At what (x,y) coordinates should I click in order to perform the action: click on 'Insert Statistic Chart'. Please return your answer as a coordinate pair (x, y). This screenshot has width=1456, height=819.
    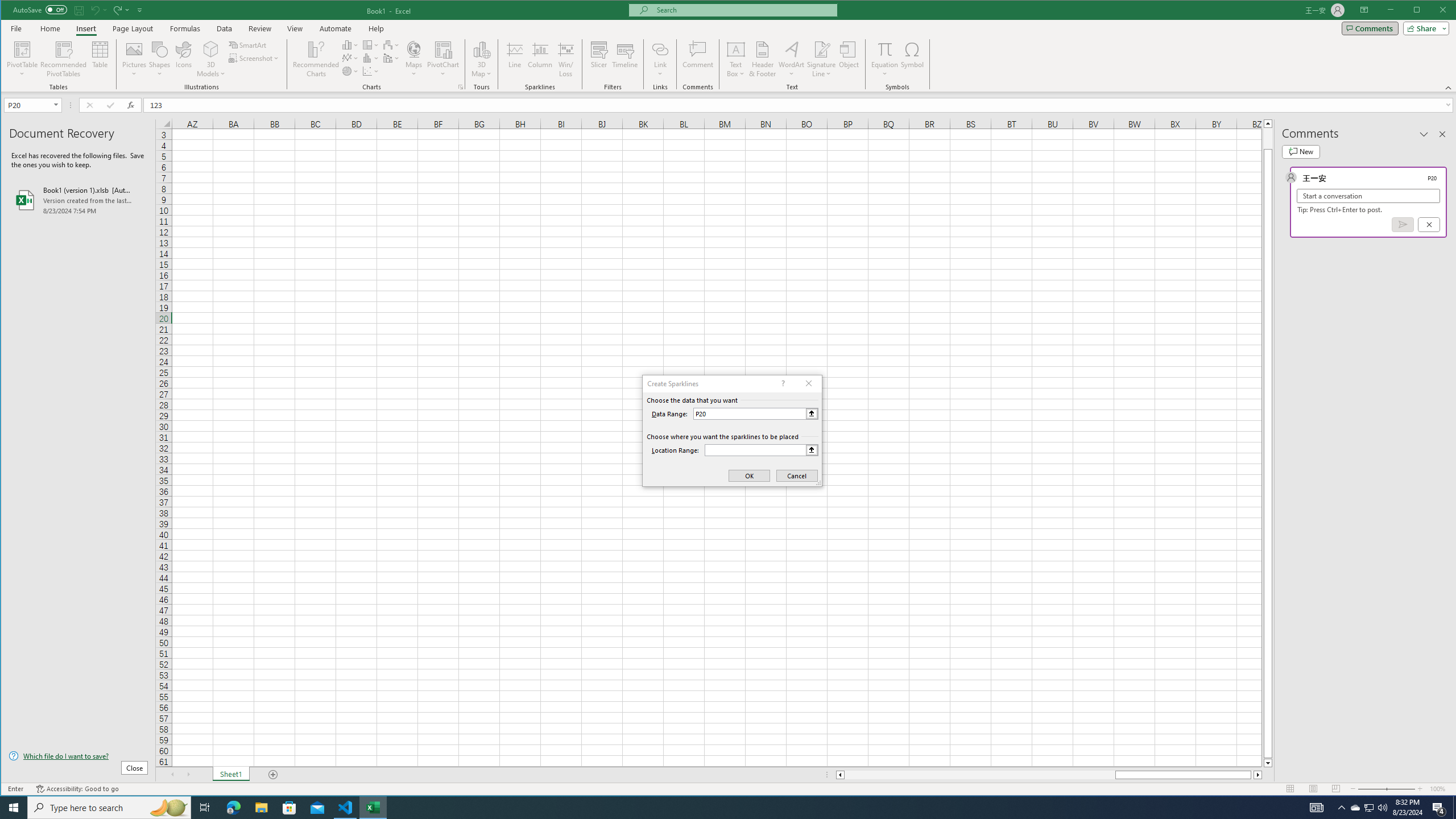
    Looking at the image, I should click on (371, 58).